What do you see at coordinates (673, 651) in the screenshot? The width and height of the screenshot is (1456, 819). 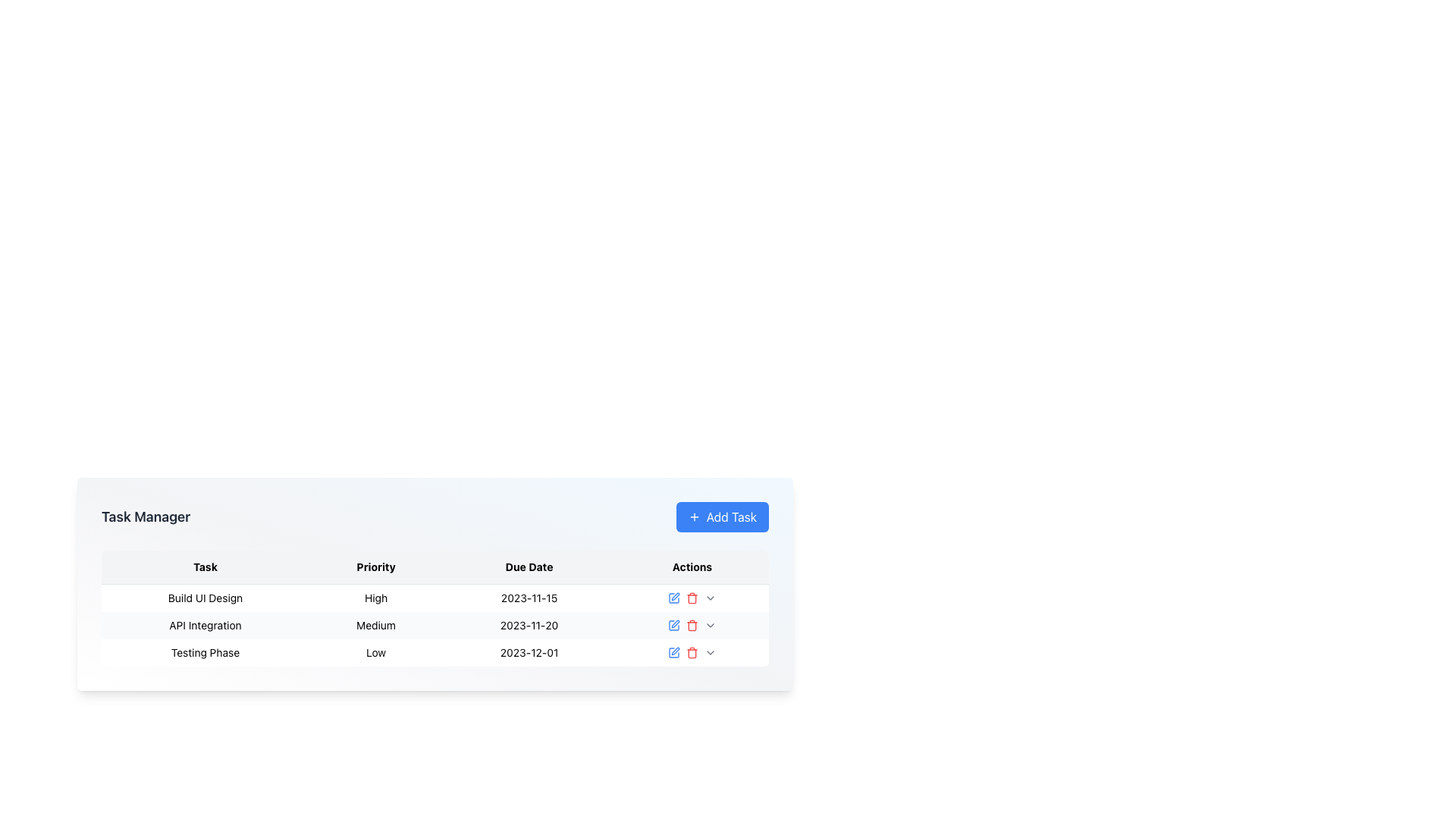 I see `the small blue rectangular button with a pen icon in the 'Actions' column for the 'Testing Phase' row` at bounding box center [673, 651].